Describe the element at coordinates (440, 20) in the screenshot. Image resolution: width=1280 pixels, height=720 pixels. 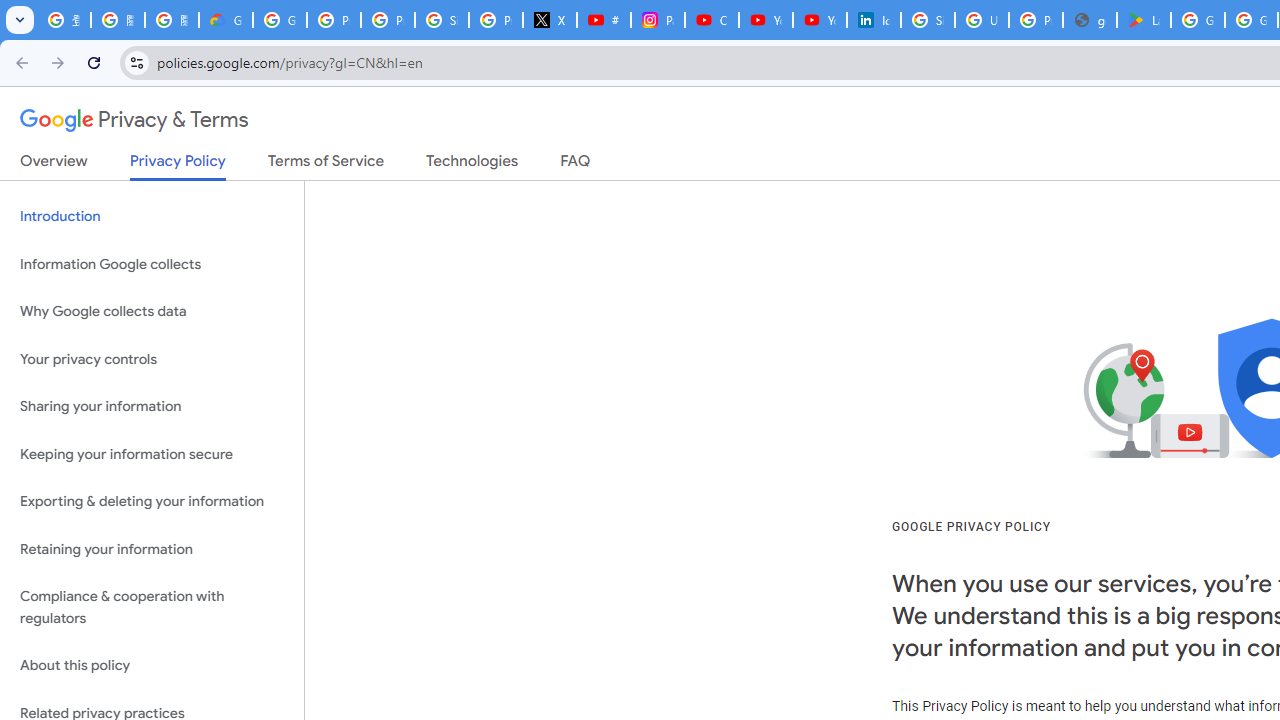
I see `'Sign in - Google Accounts'` at that location.